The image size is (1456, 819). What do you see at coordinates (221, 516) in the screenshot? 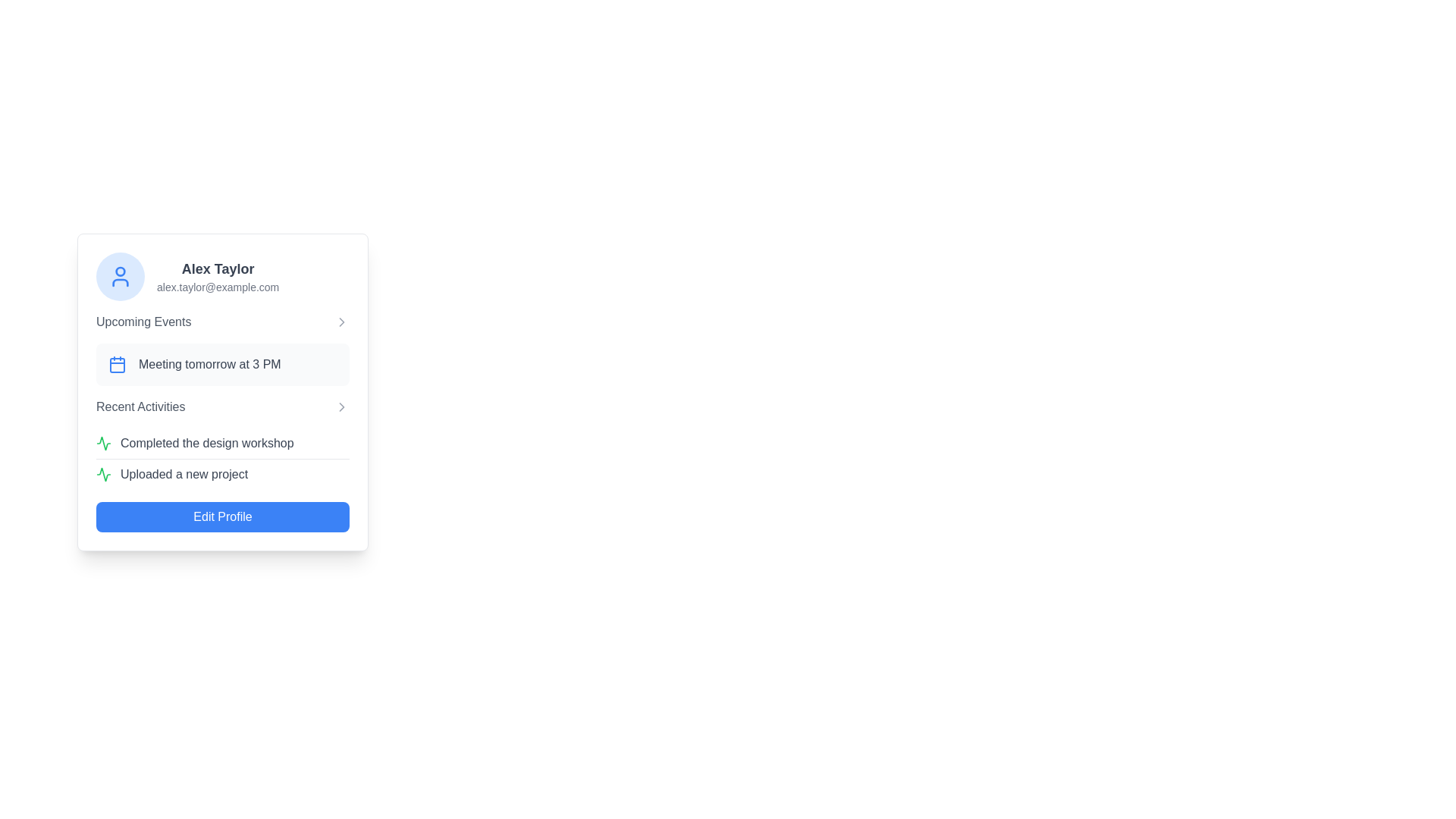
I see `the button located at the bottom of the card layout under the 'Recent Activities' section to initiate profile editing` at bounding box center [221, 516].